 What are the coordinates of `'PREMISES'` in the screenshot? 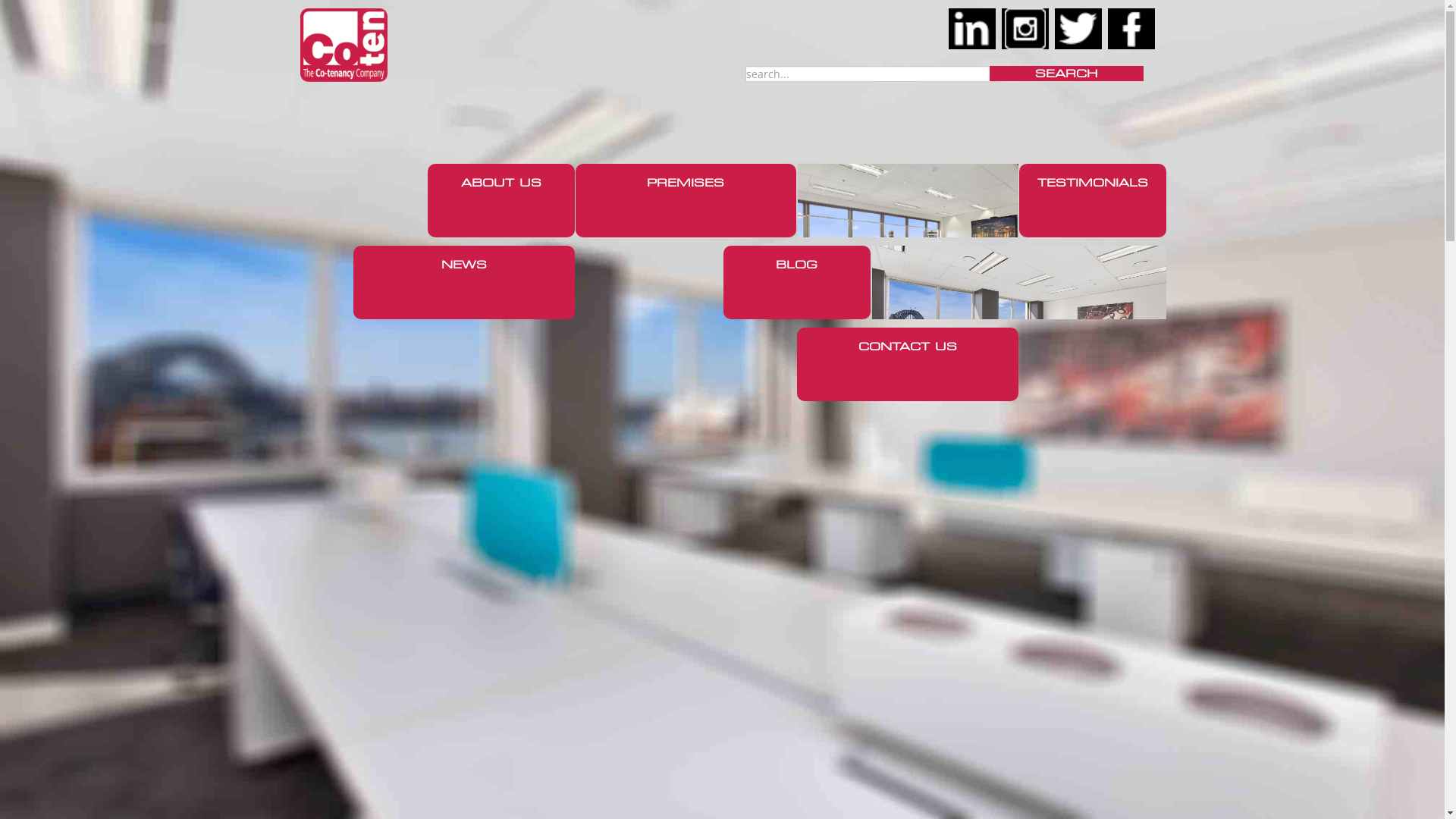 It's located at (684, 199).